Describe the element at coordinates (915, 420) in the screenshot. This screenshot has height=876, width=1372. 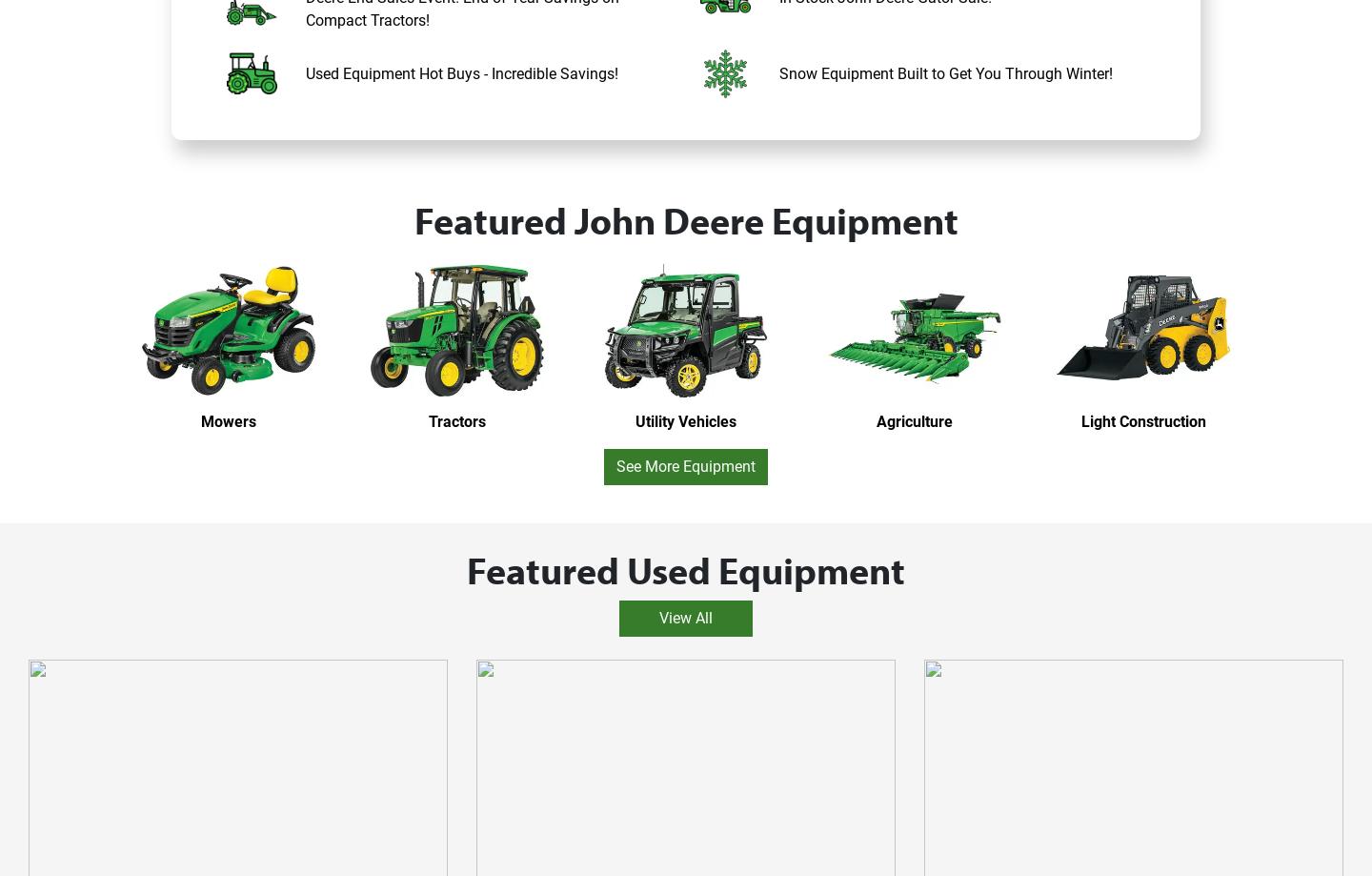
I see `'Agriculture'` at that location.